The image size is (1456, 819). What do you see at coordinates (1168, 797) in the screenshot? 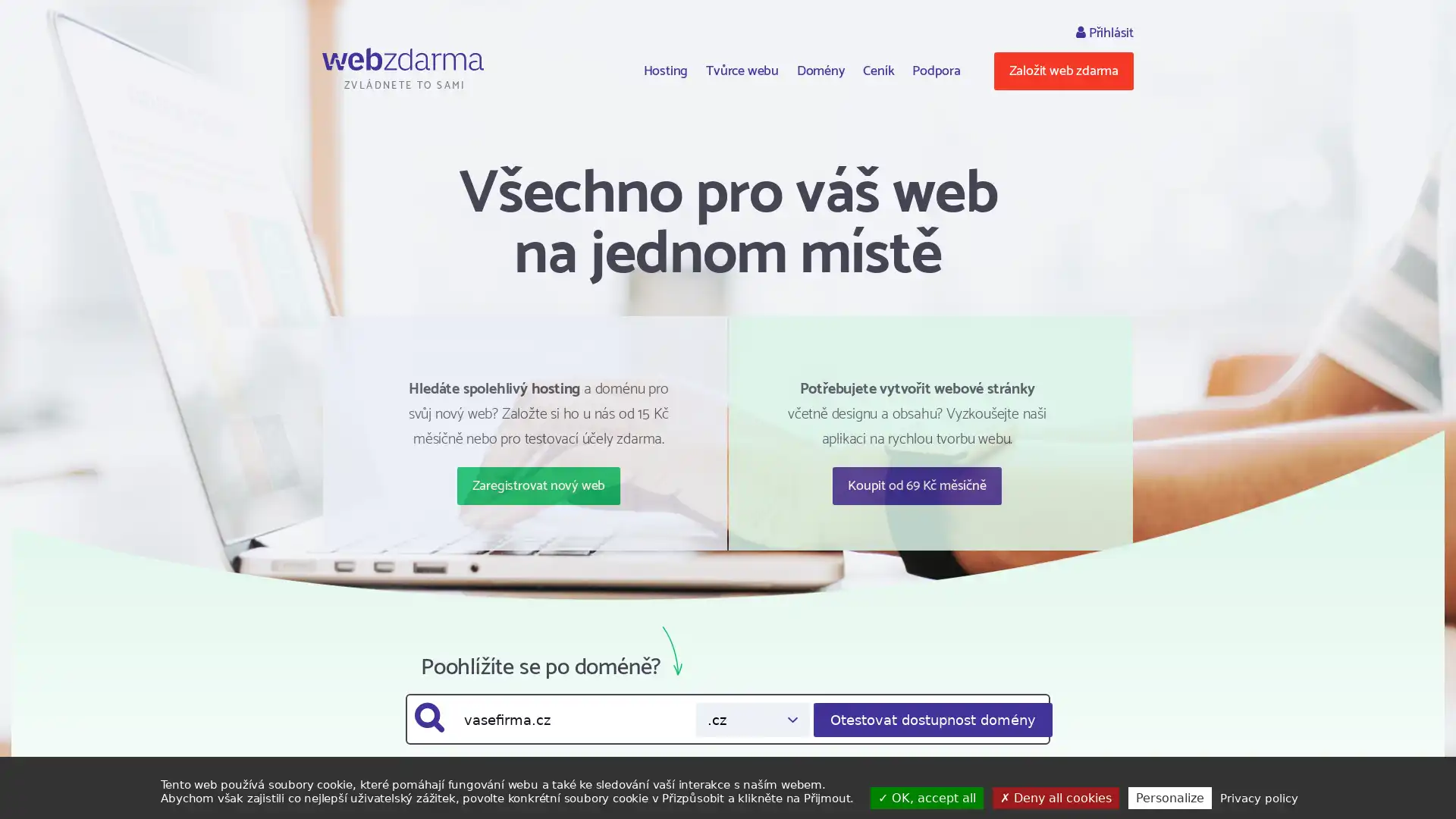
I see `Personalize (modal window)` at bounding box center [1168, 797].